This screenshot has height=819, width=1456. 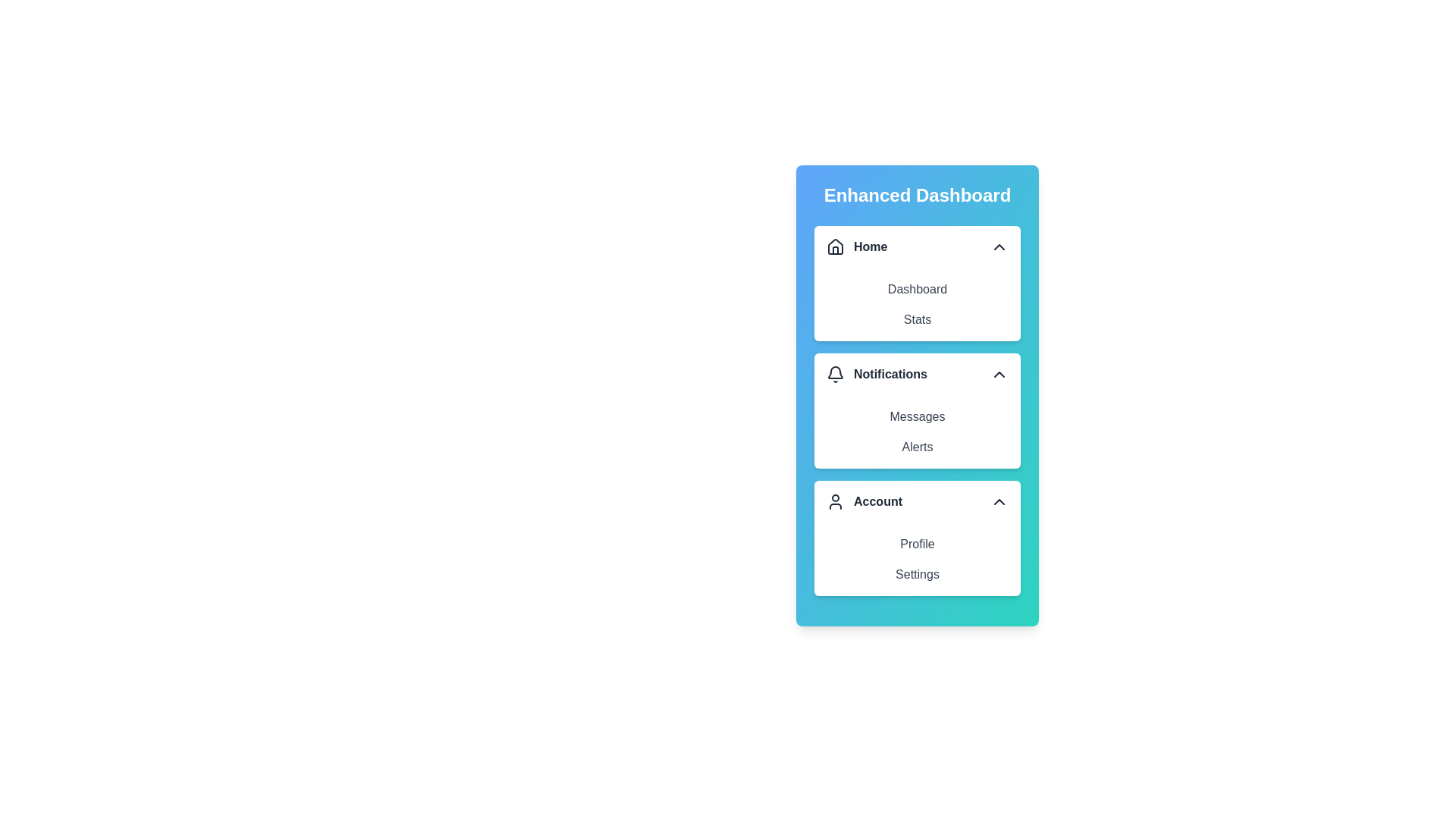 What do you see at coordinates (916, 246) in the screenshot?
I see `the header of the menu section labeled Home to toggle its expanded/collapsed state` at bounding box center [916, 246].